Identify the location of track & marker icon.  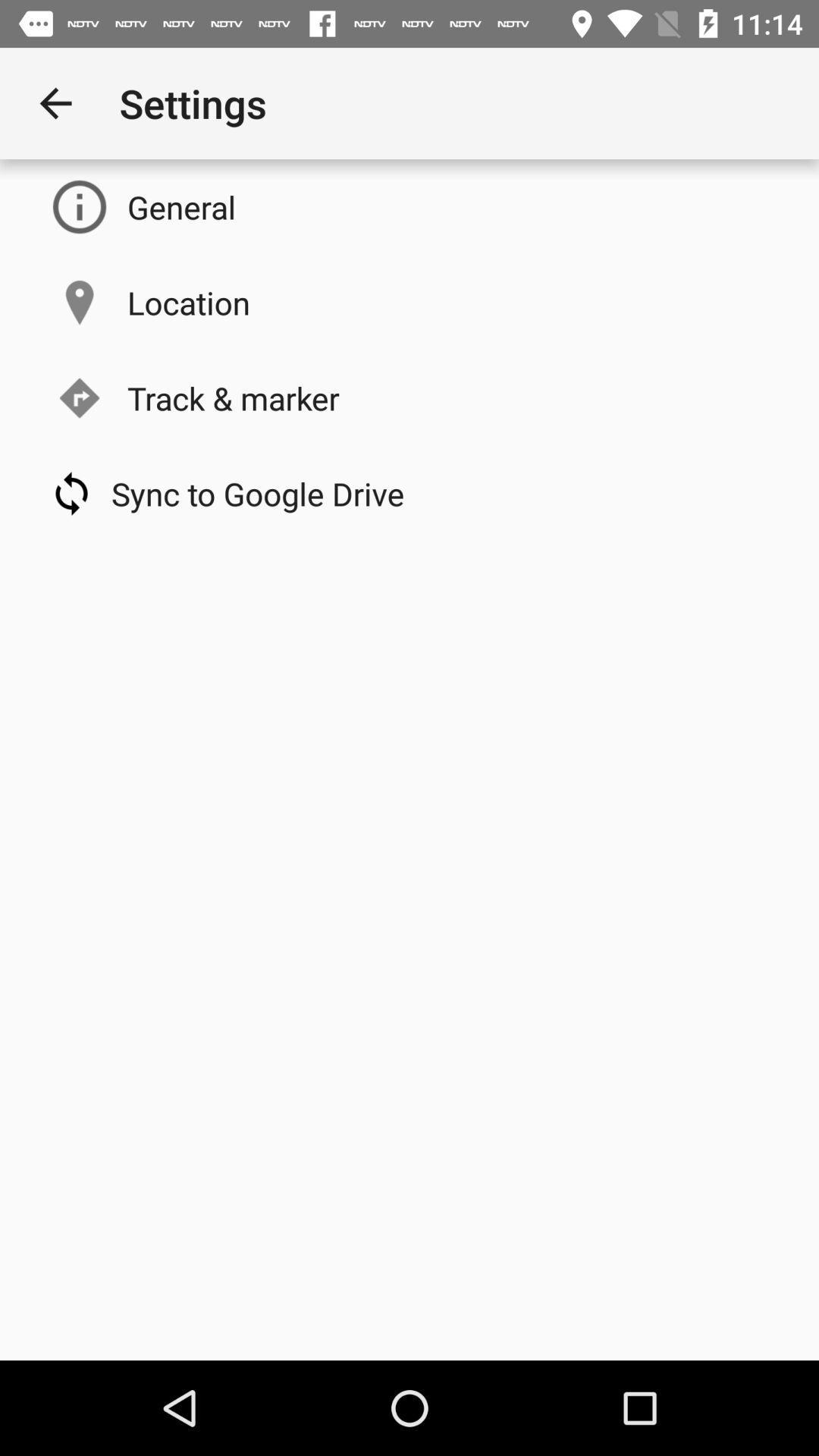
(233, 397).